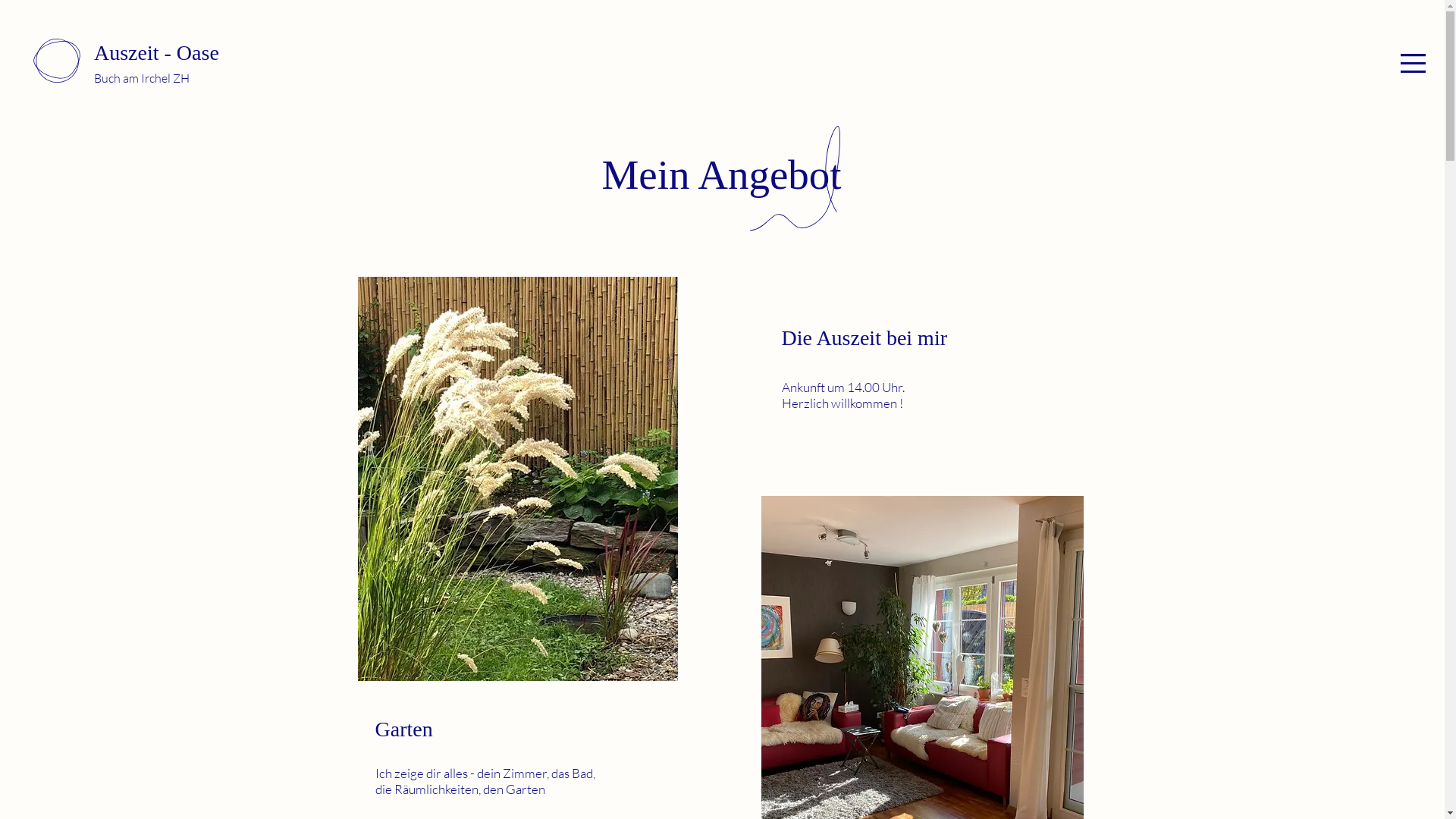  I want to click on 'Auszeit - Oase', so click(156, 52).